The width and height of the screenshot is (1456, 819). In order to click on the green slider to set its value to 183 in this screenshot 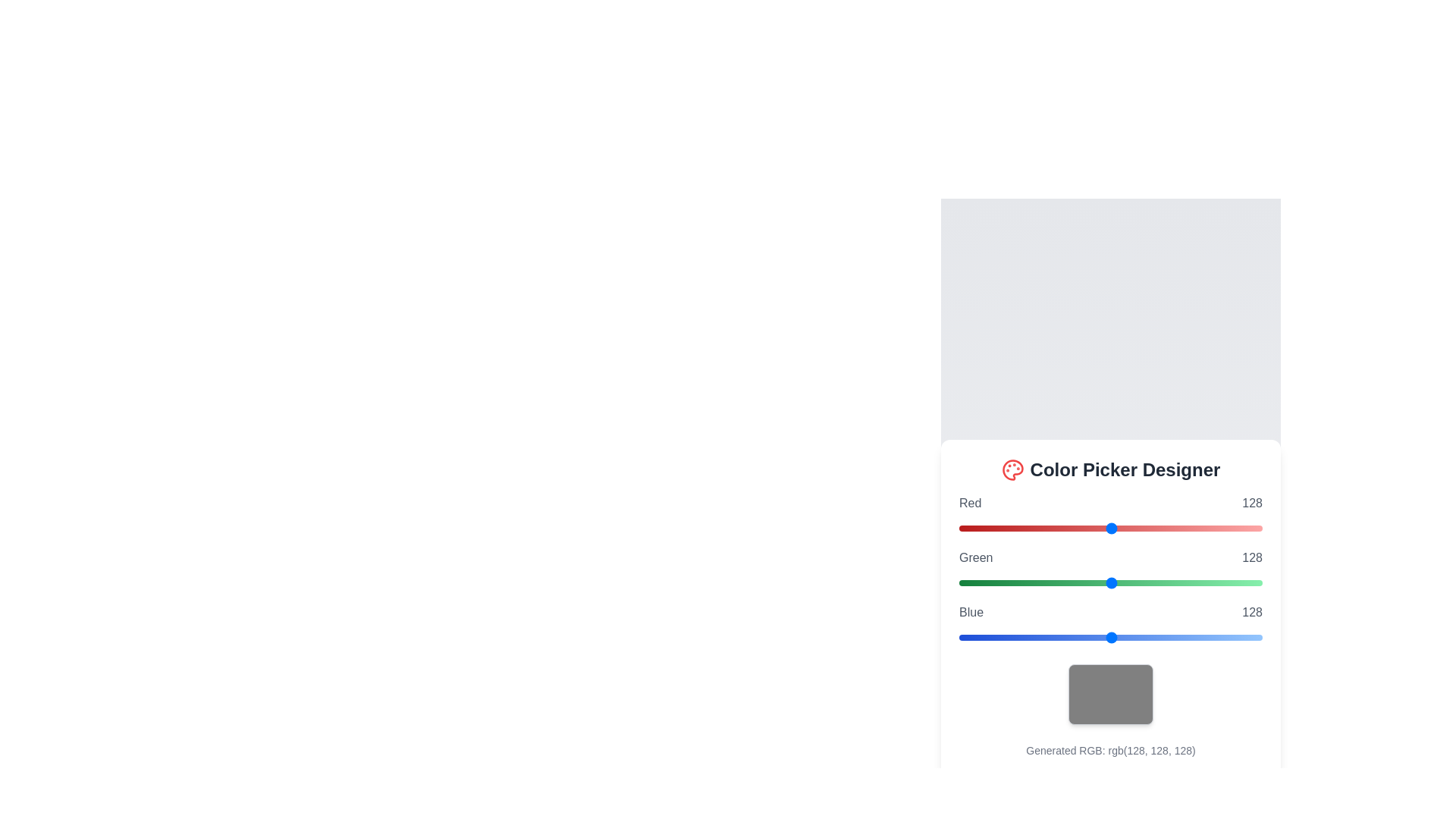, I will do `click(1176, 582)`.